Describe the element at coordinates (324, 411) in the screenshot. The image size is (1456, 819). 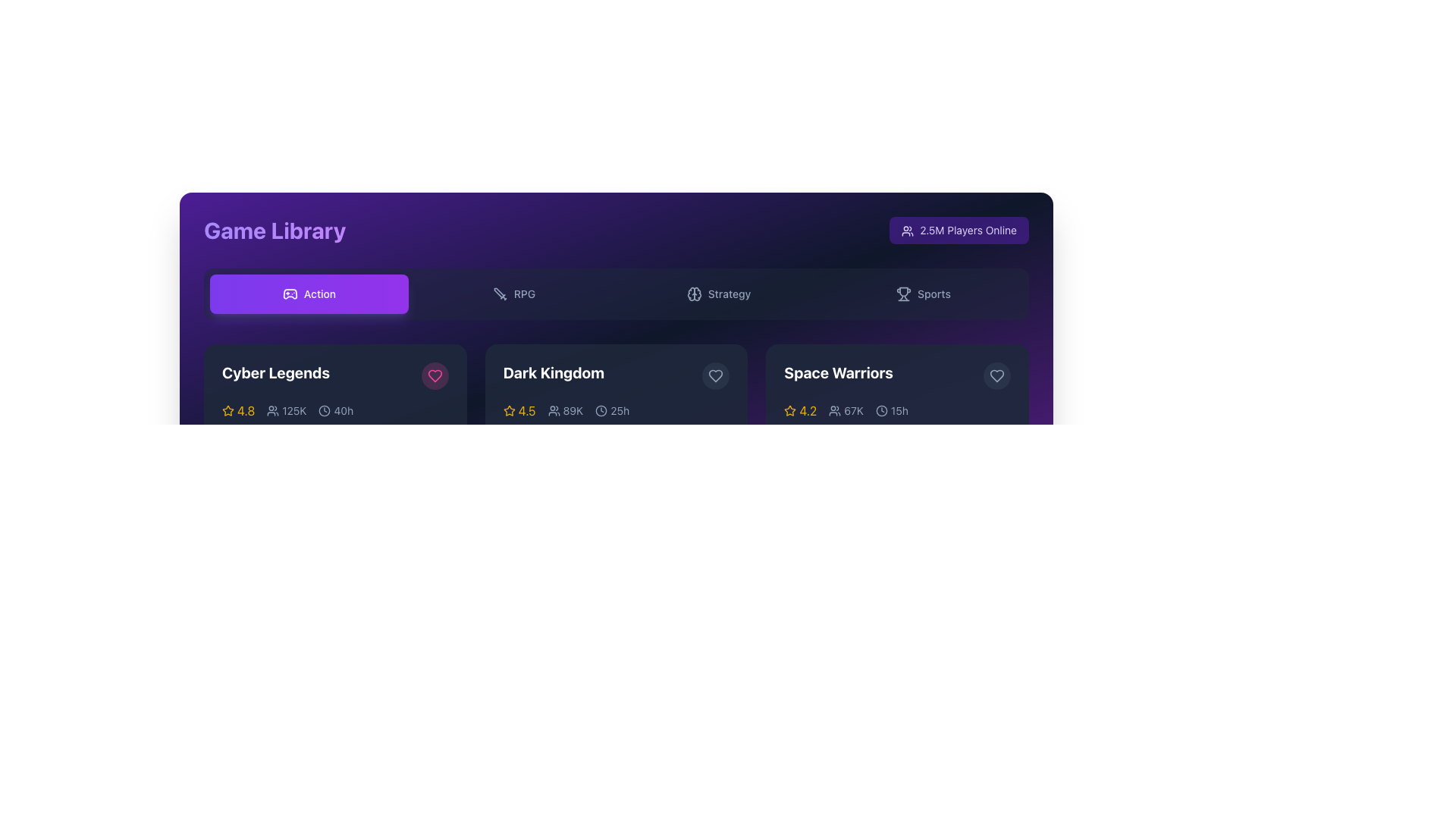
I see `the decorative icon representing the time spent in the 'Cyber Legends' game entry, located next to the '40h' text in the metadata section` at that location.